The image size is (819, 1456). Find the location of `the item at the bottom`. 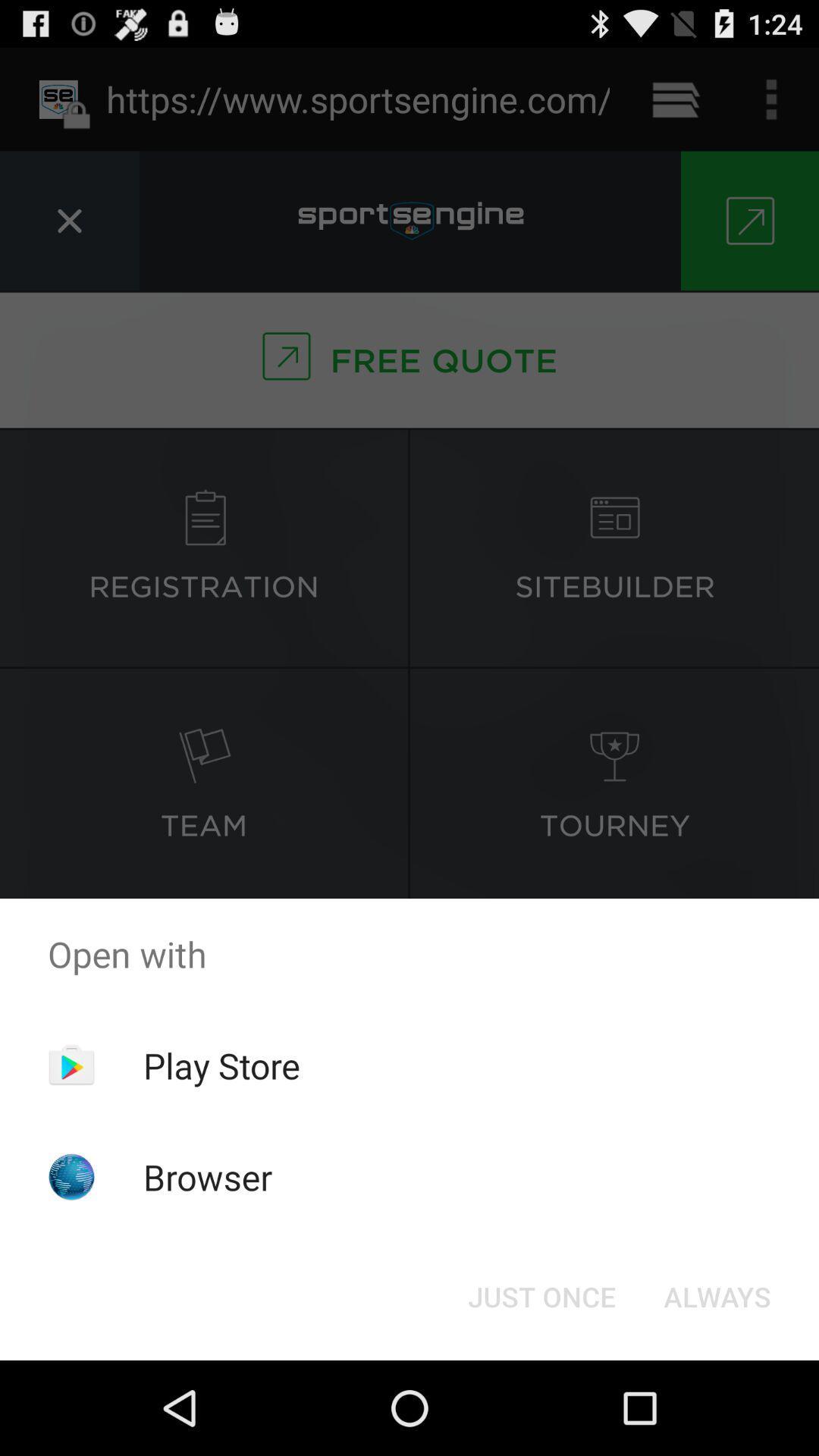

the item at the bottom is located at coordinates (541, 1295).